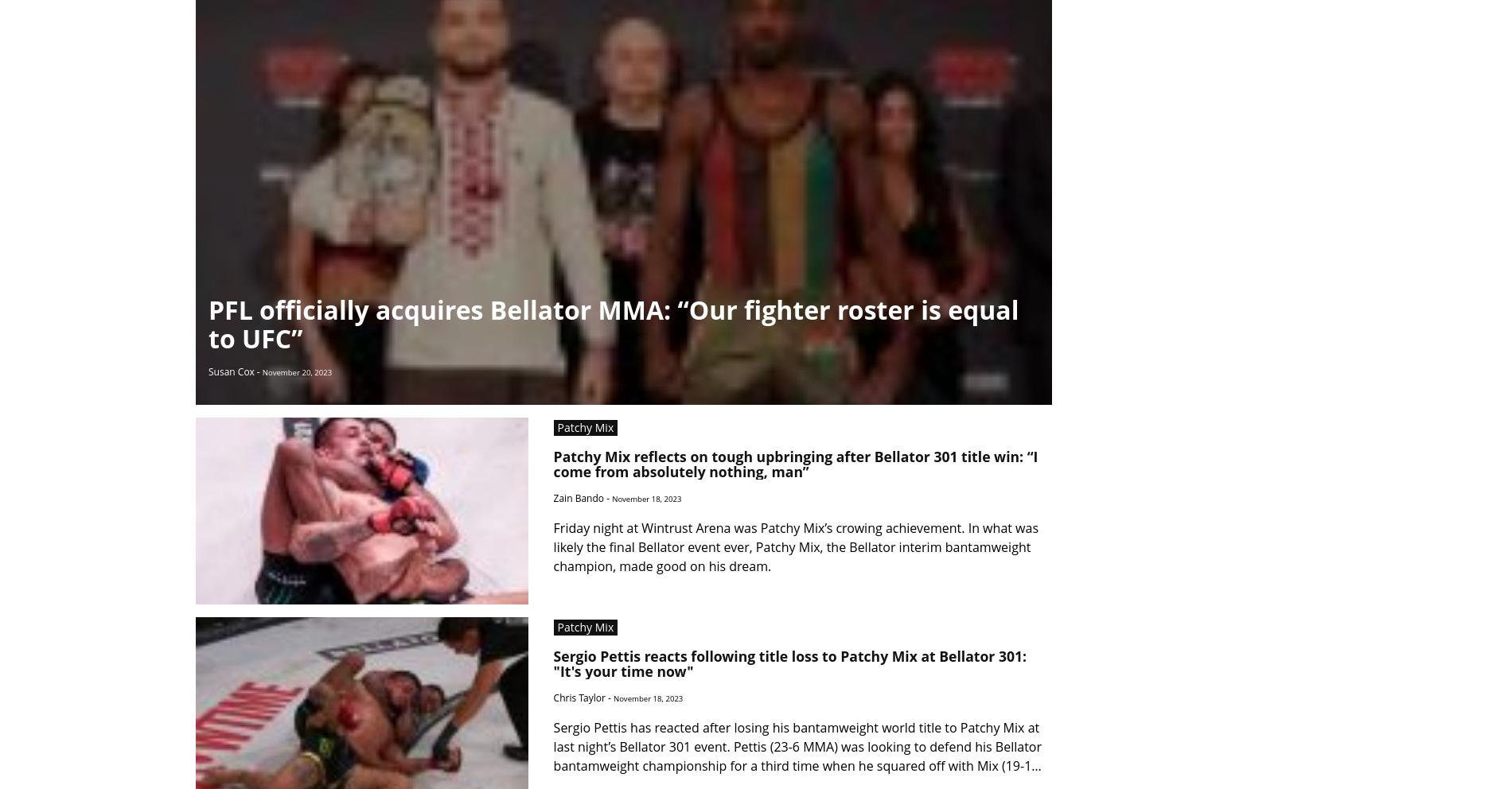 The width and height of the screenshot is (1512, 789). Describe the element at coordinates (613, 323) in the screenshot. I see `'PFL officially acquires Bellator MMA: “Our fighter roster is equal to UFC”'` at that location.